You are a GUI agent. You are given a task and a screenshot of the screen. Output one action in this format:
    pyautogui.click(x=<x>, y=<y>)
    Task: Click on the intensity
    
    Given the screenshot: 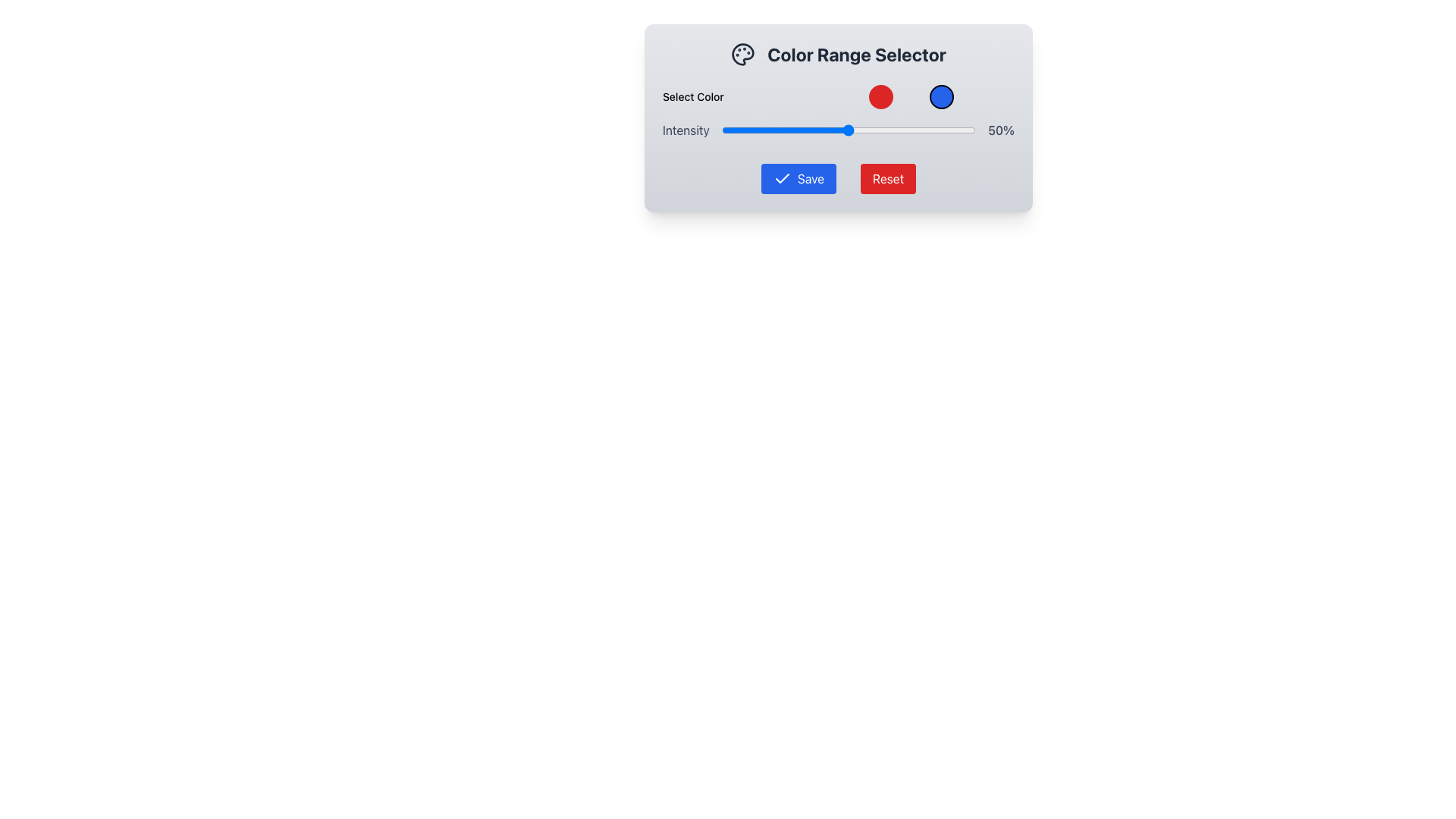 What is the action you would take?
    pyautogui.click(x=775, y=130)
    